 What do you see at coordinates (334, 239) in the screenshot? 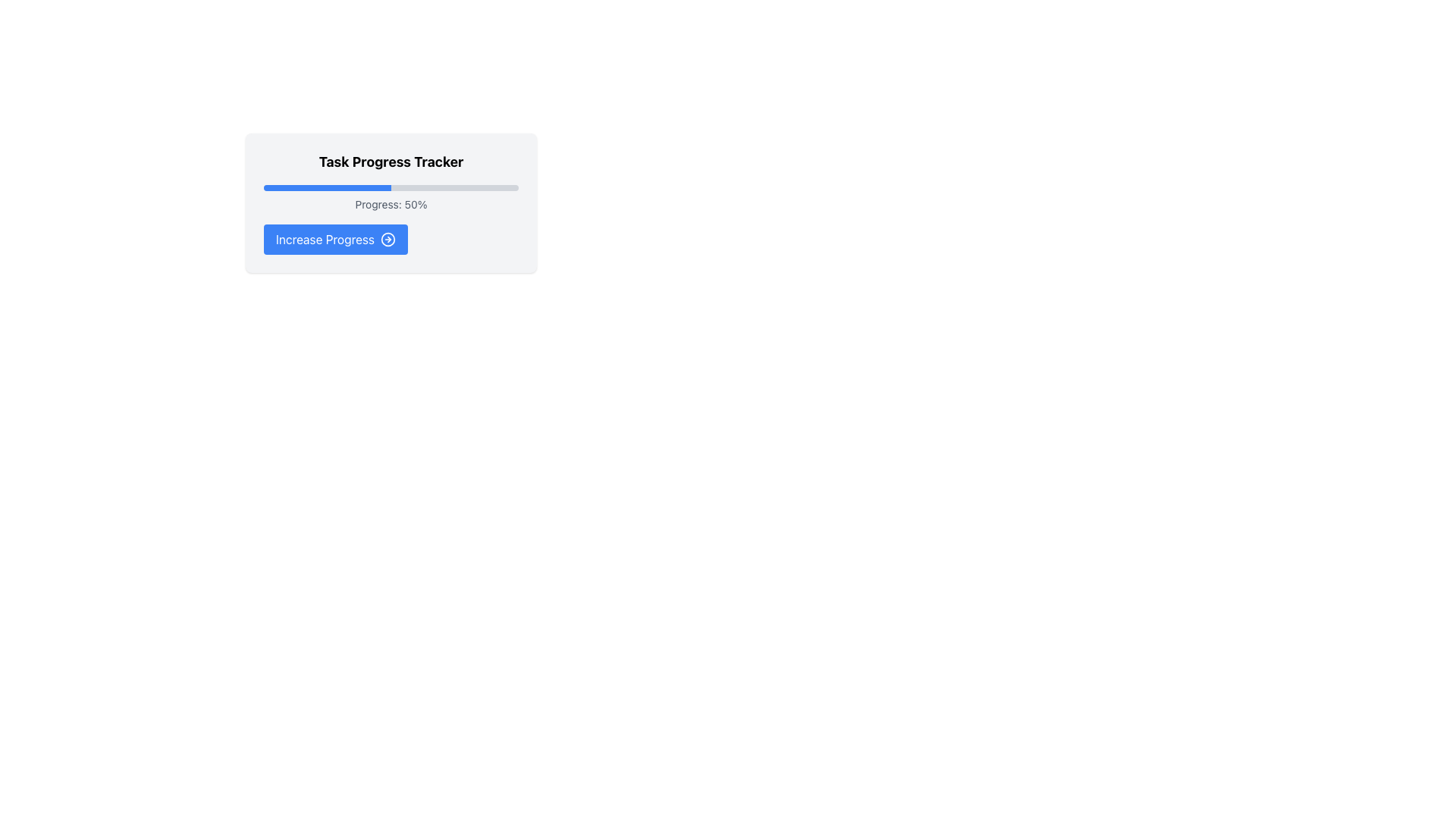
I see `the blue button labeled 'Increase Progress' located at the bottom of the 'Task Progress Tracker' component` at bounding box center [334, 239].